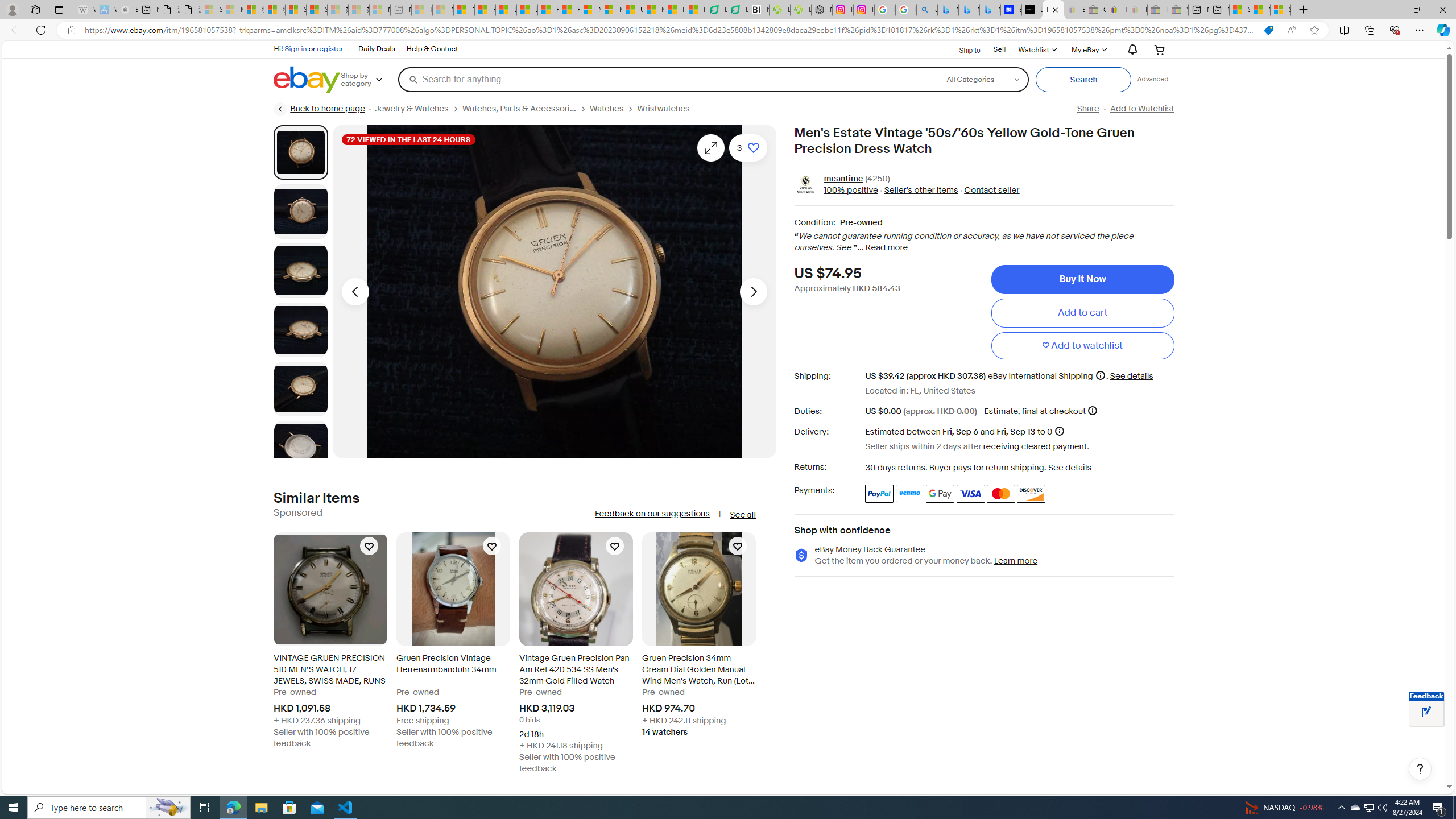  I want to click on 'Leave feedback about your eBay ViewItem experience', so click(1426, 713).